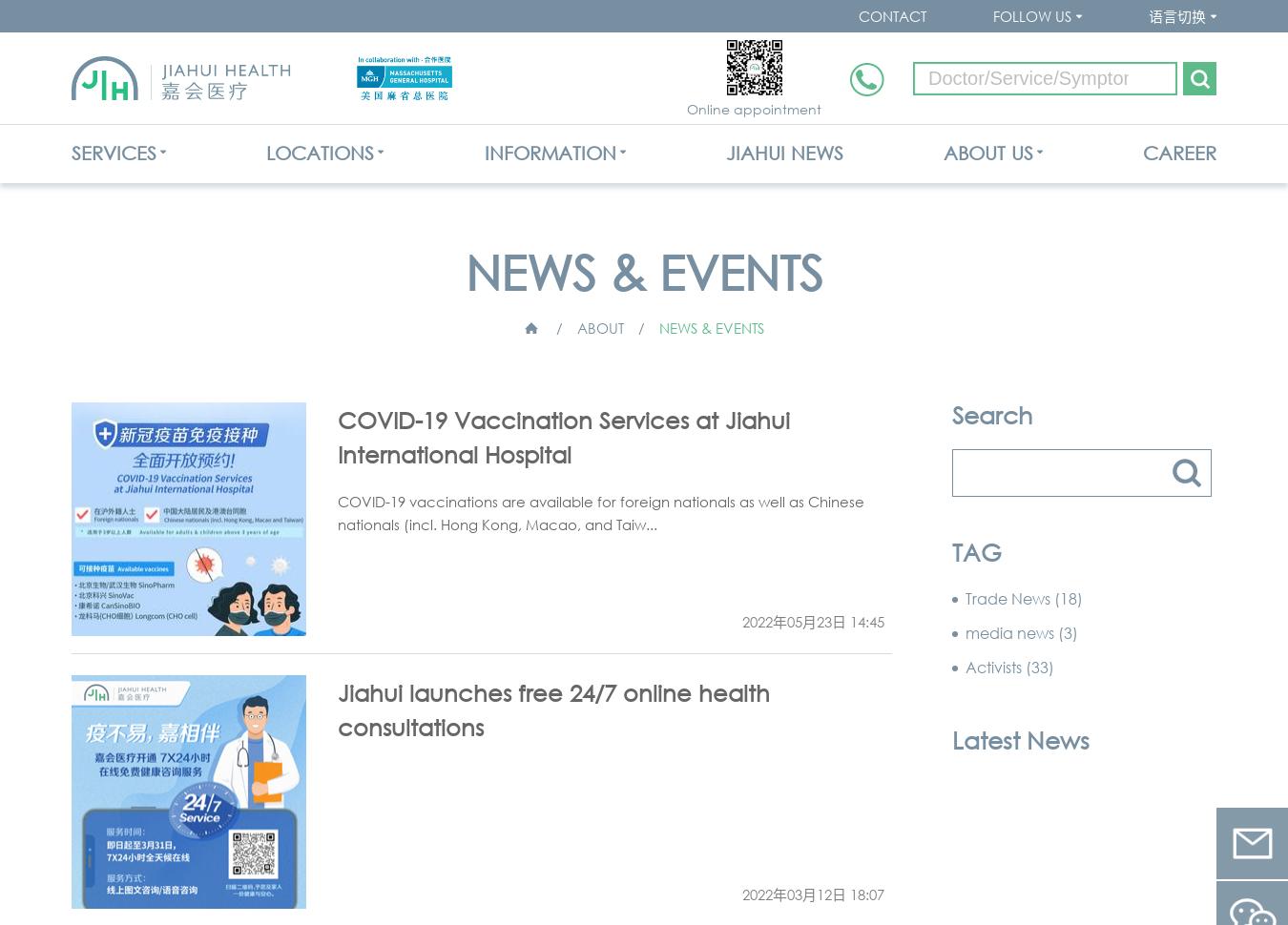 The width and height of the screenshot is (1288, 925). I want to click on 'INFORMATION', so click(550, 152).